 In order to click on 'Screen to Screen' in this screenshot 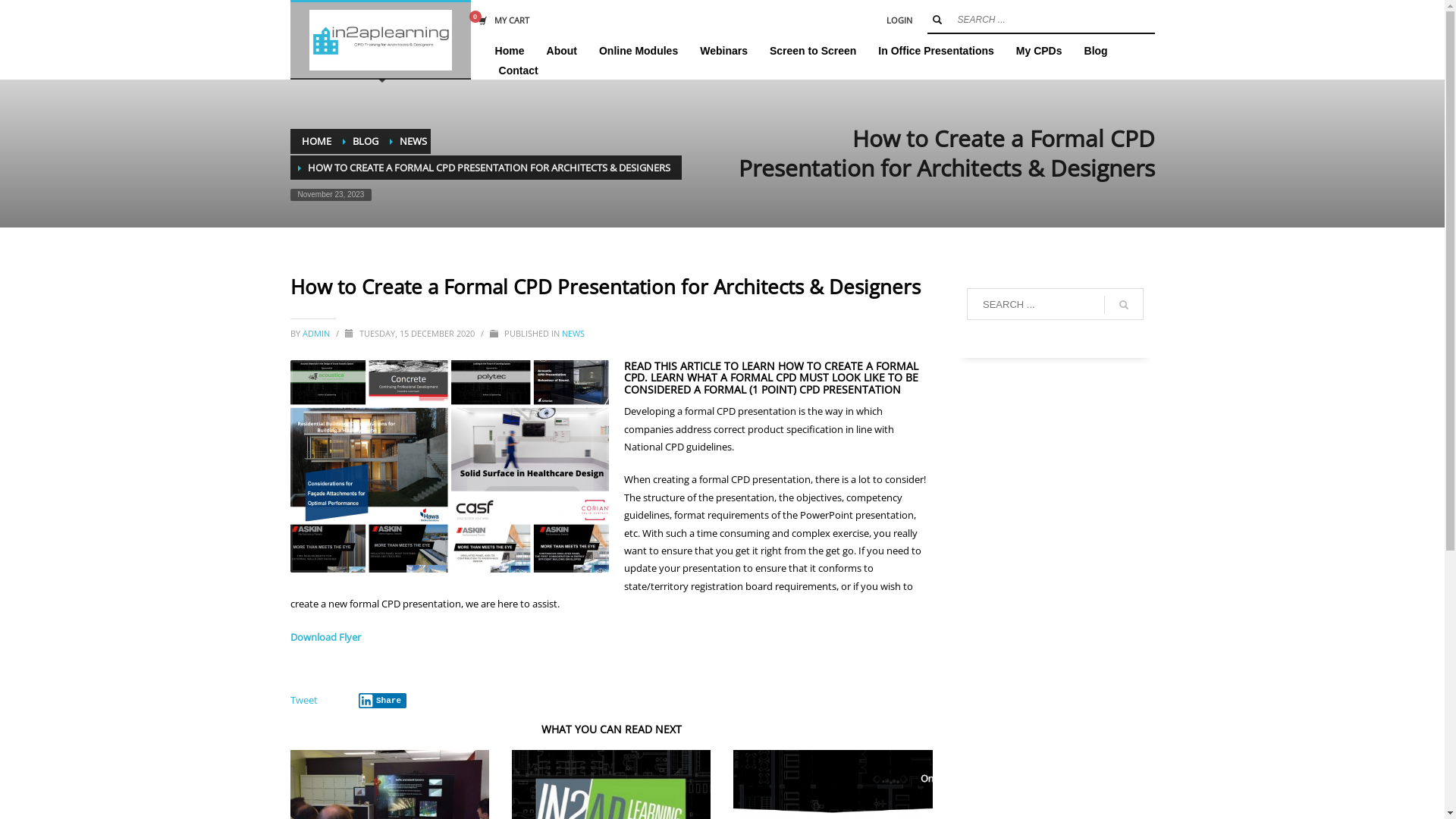, I will do `click(811, 49)`.